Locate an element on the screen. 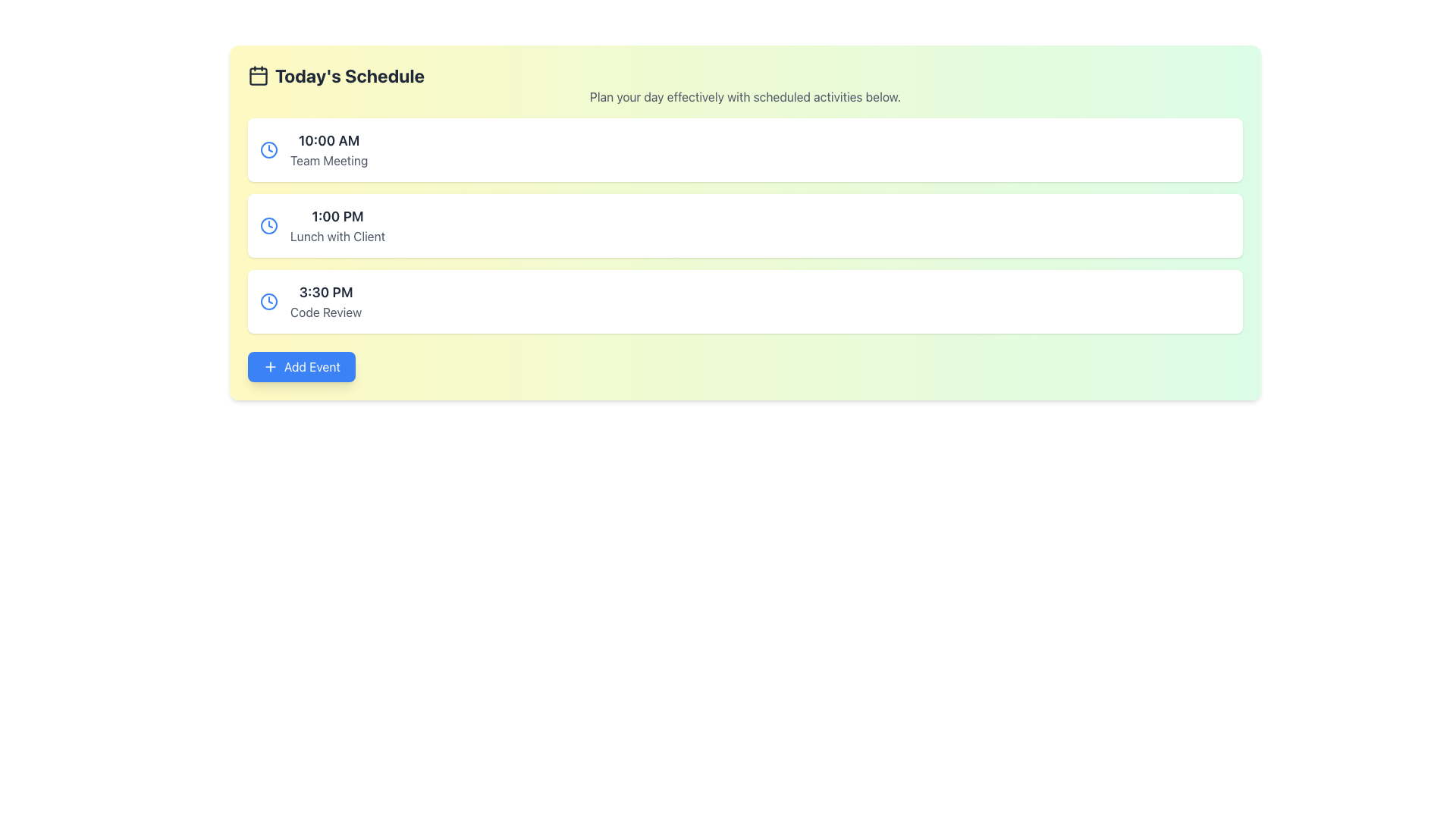 The width and height of the screenshot is (1456, 819). the second scheduled event in the calendar interface is located at coordinates (745, 225).